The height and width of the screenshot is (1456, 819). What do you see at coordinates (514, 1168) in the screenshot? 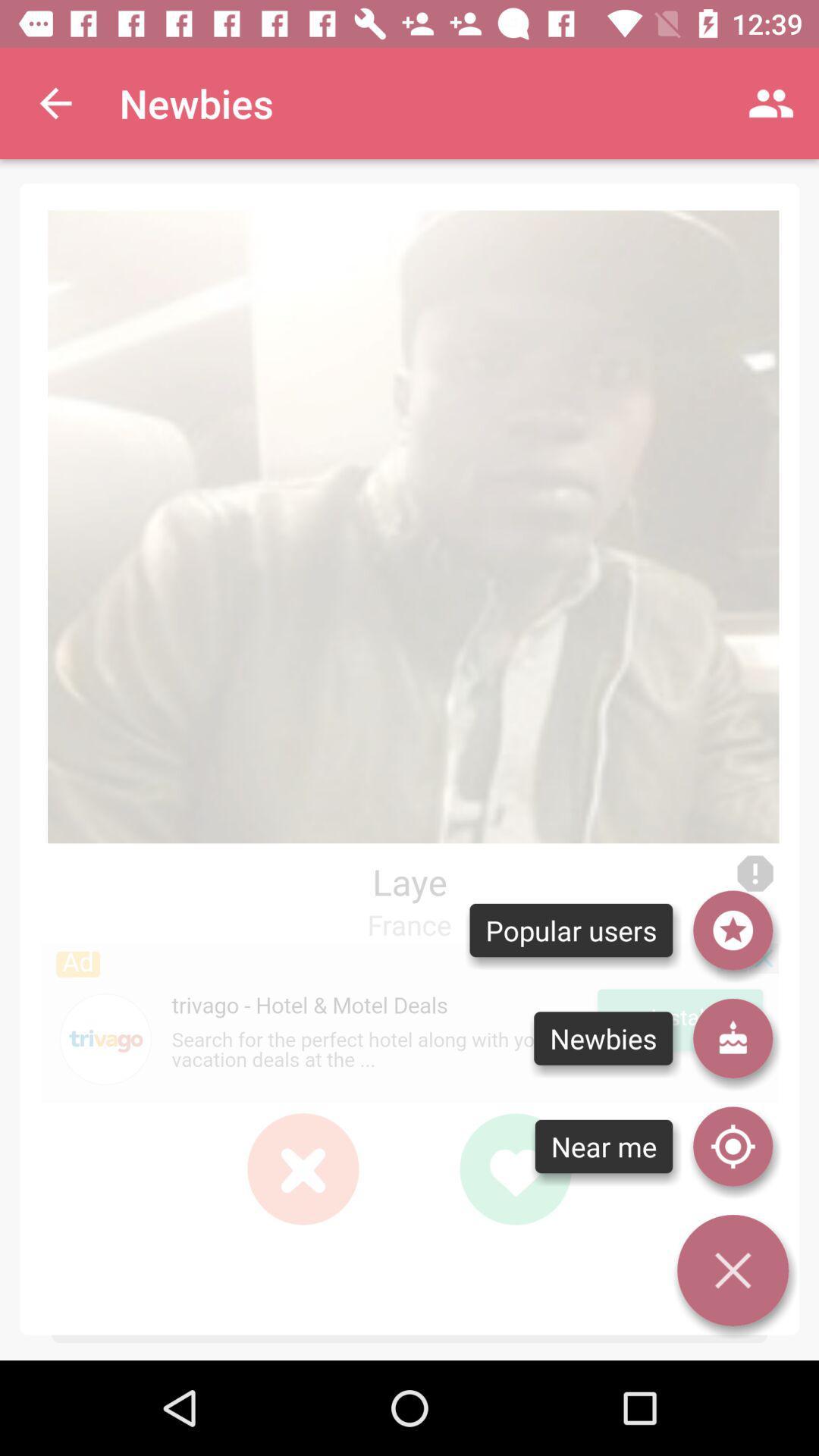
I see `the favorite icon` at bounding box center [514, 1168].